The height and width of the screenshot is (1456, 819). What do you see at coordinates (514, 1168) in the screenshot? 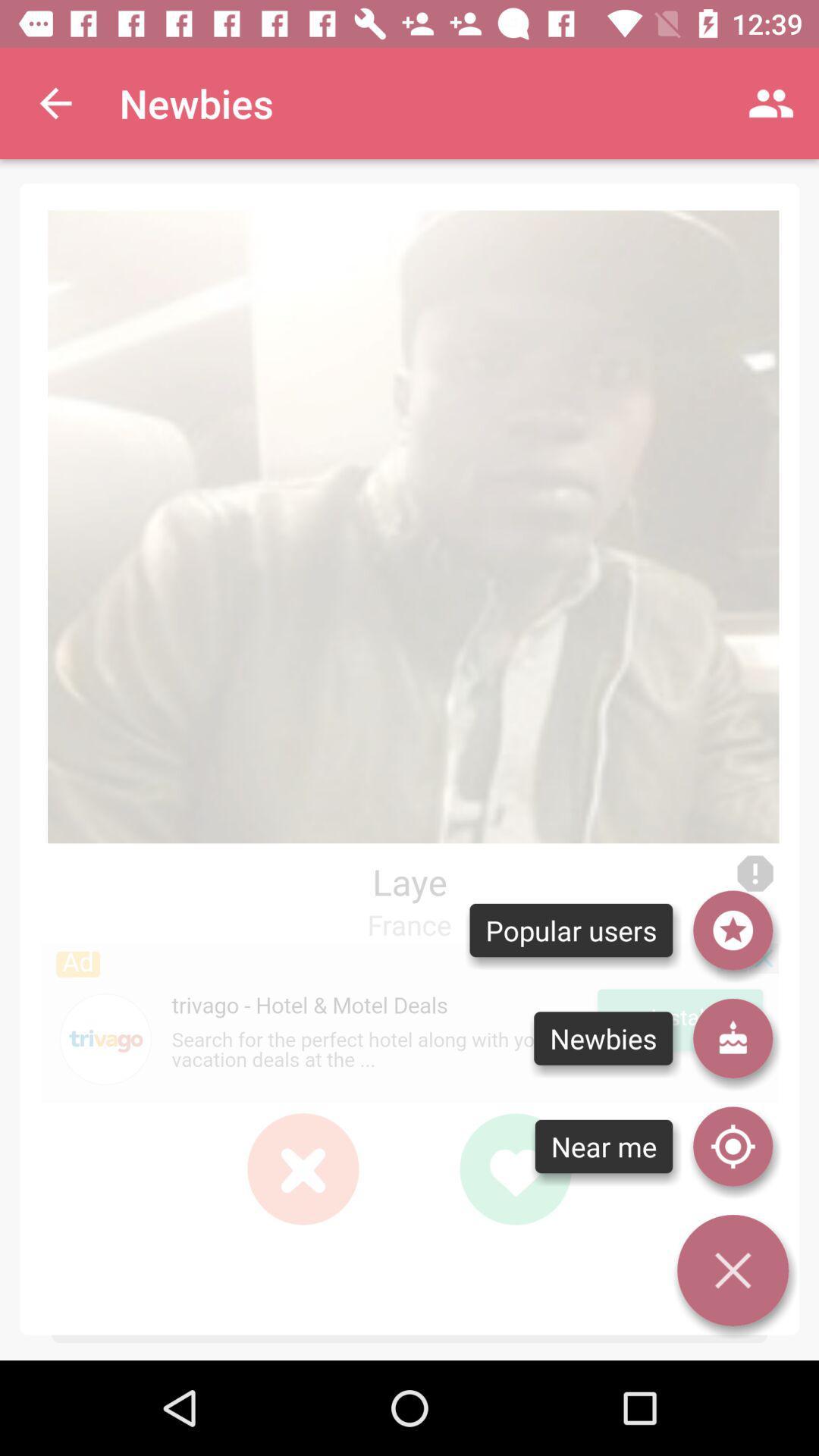
I see `the favorite icon` at bounding box center [514, 1168].